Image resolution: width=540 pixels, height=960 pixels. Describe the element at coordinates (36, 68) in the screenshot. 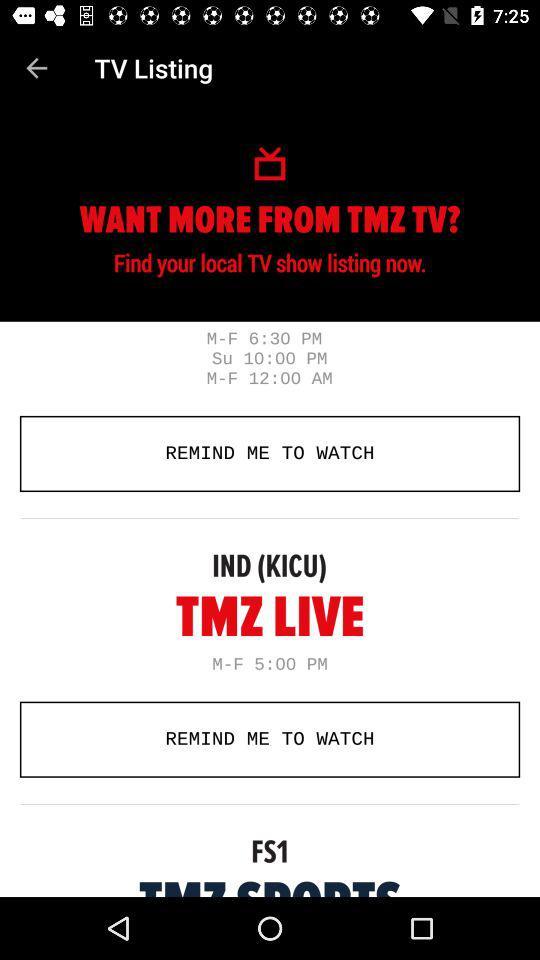

I see `item above the remind me to item` at that location.